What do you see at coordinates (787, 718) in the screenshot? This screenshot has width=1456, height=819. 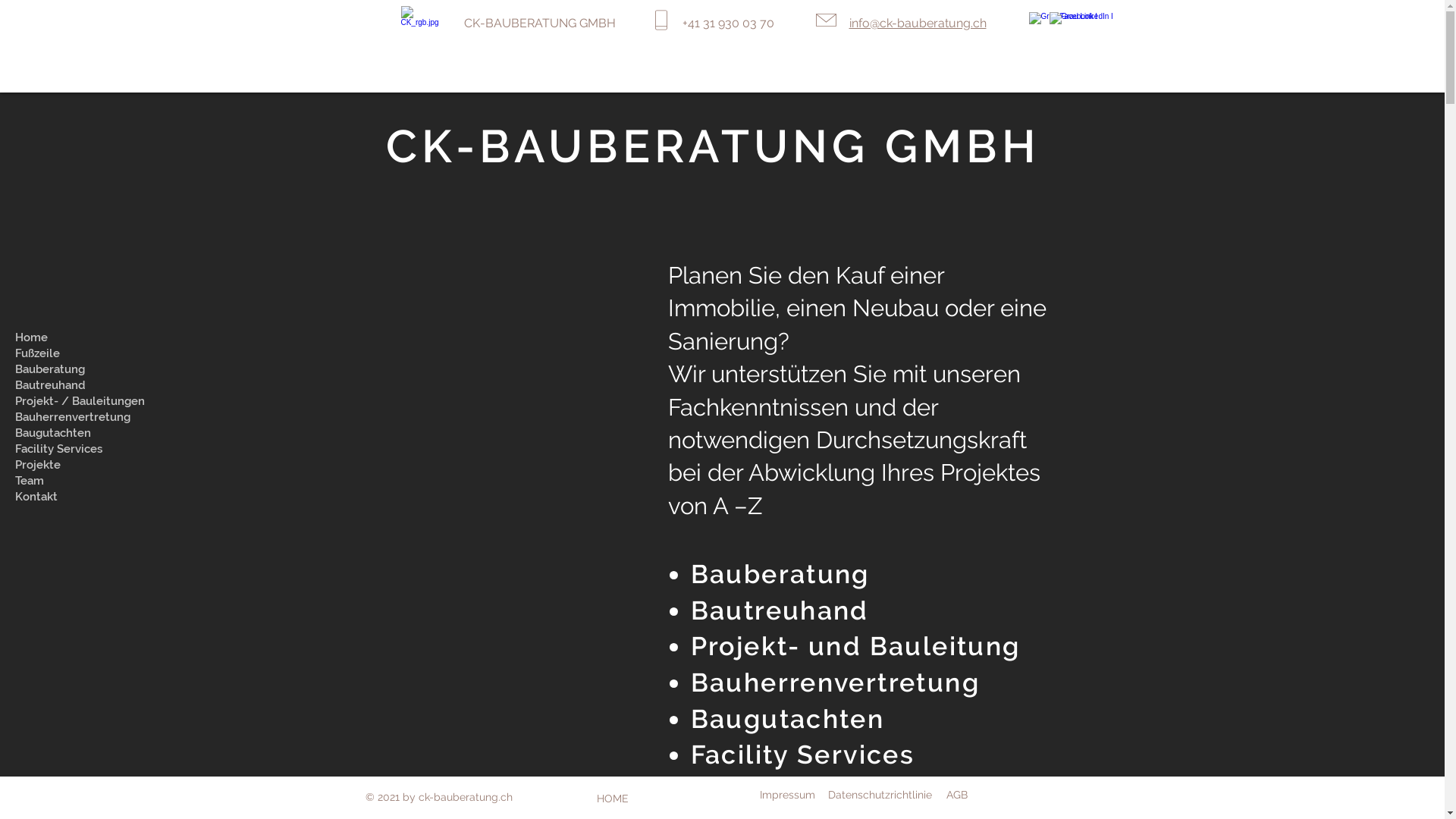 I see `'Baugutachten'` at bounding box center [787, 718].